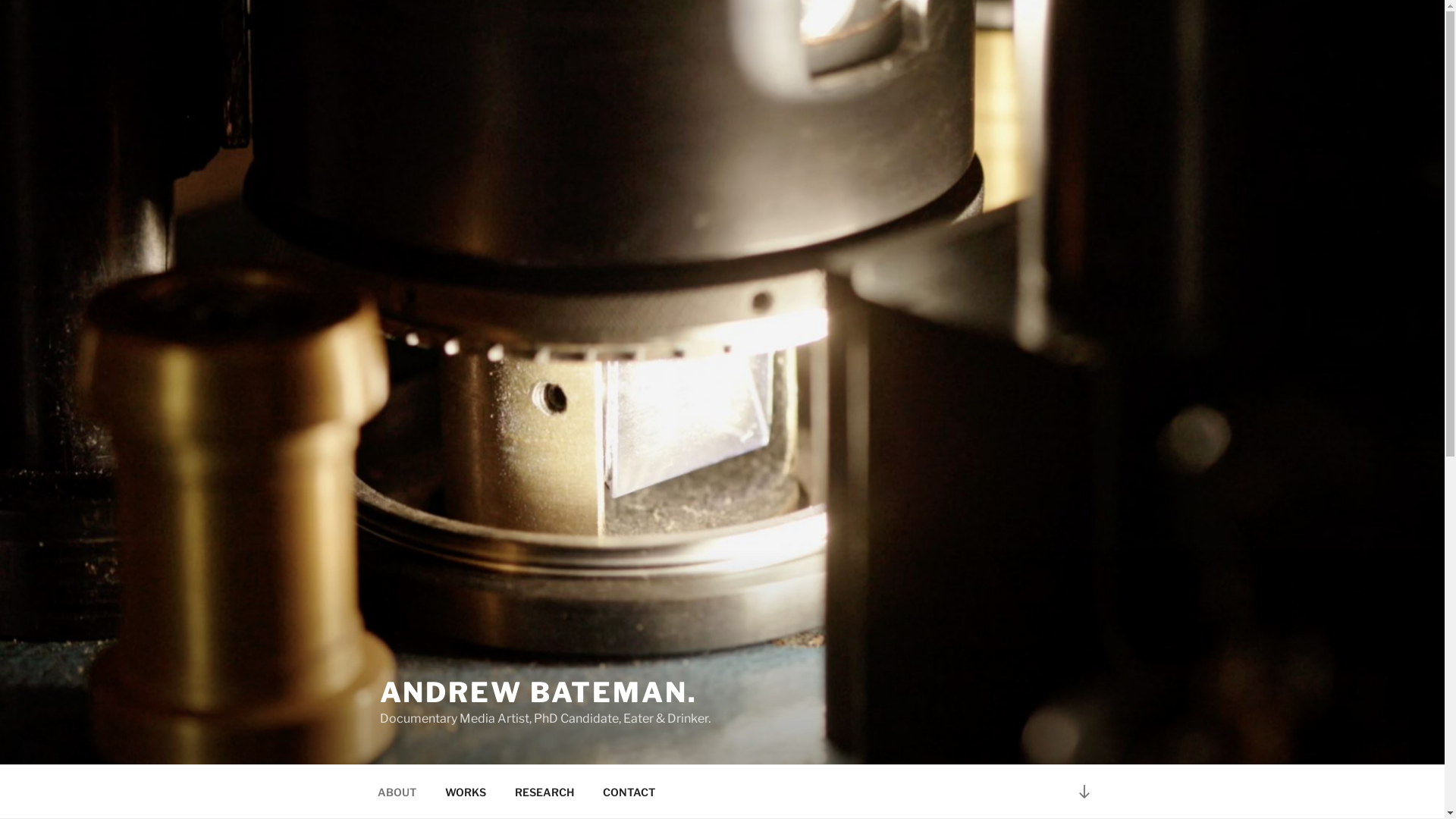 This screenshot has height=819, width=1456. I want to click on 'RESEARCH', so click(544, 791).